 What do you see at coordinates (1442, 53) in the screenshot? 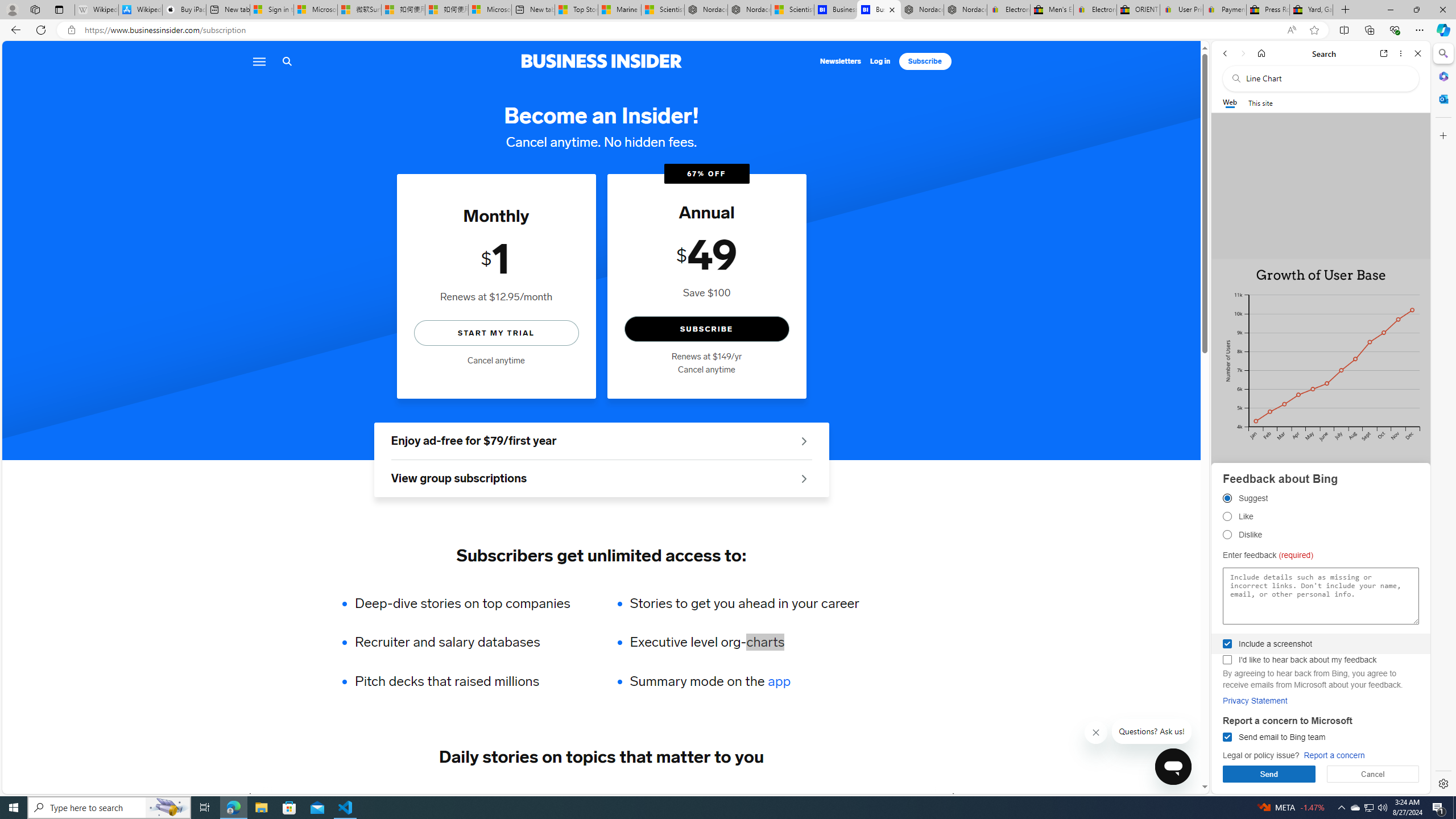
I see `'Minimize Search pane'` at bounding box center [1442, 53].